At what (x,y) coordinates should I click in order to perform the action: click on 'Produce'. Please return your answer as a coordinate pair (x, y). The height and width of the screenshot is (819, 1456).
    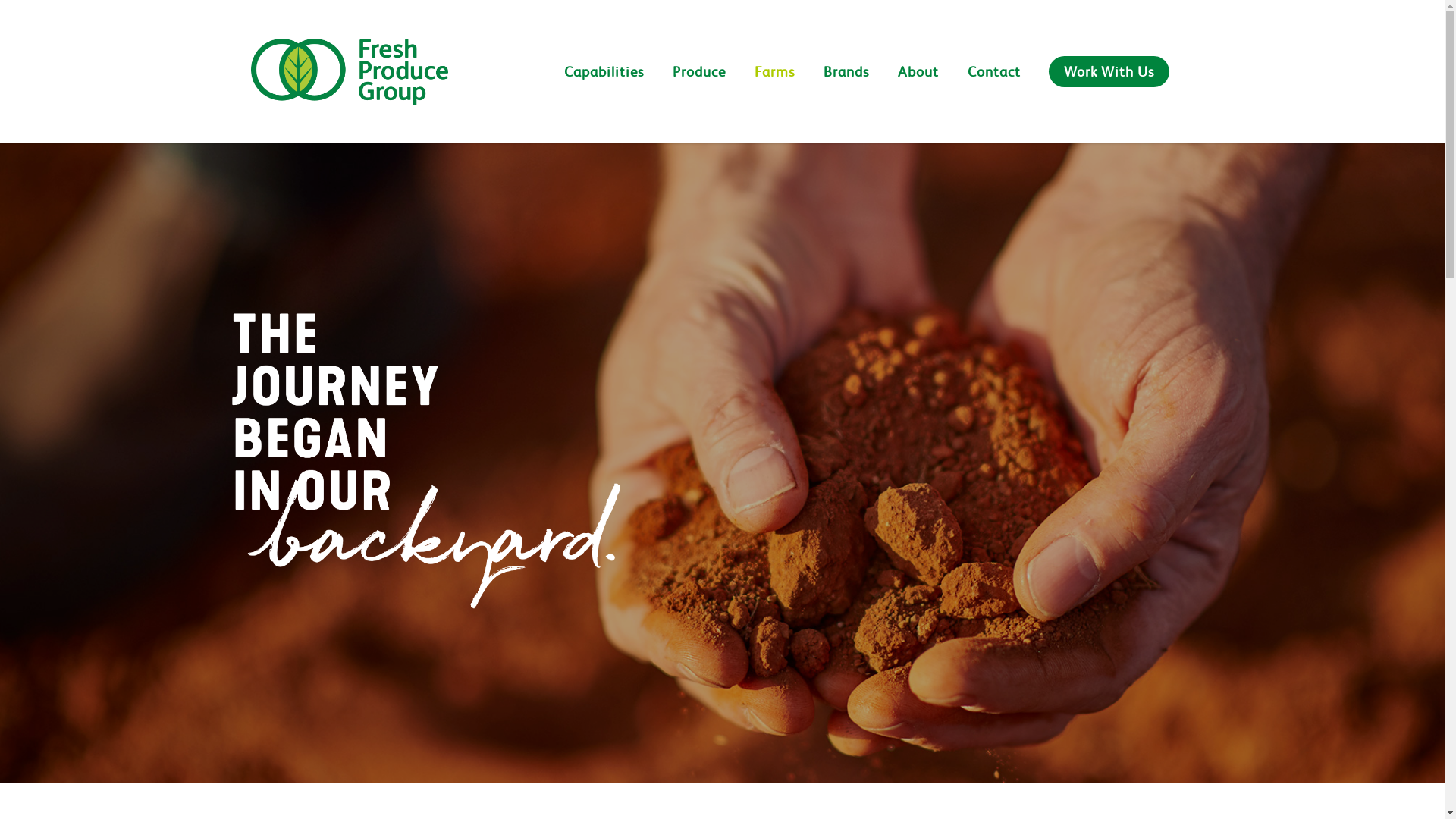
    Looking at the image, I should click on (698, 90).